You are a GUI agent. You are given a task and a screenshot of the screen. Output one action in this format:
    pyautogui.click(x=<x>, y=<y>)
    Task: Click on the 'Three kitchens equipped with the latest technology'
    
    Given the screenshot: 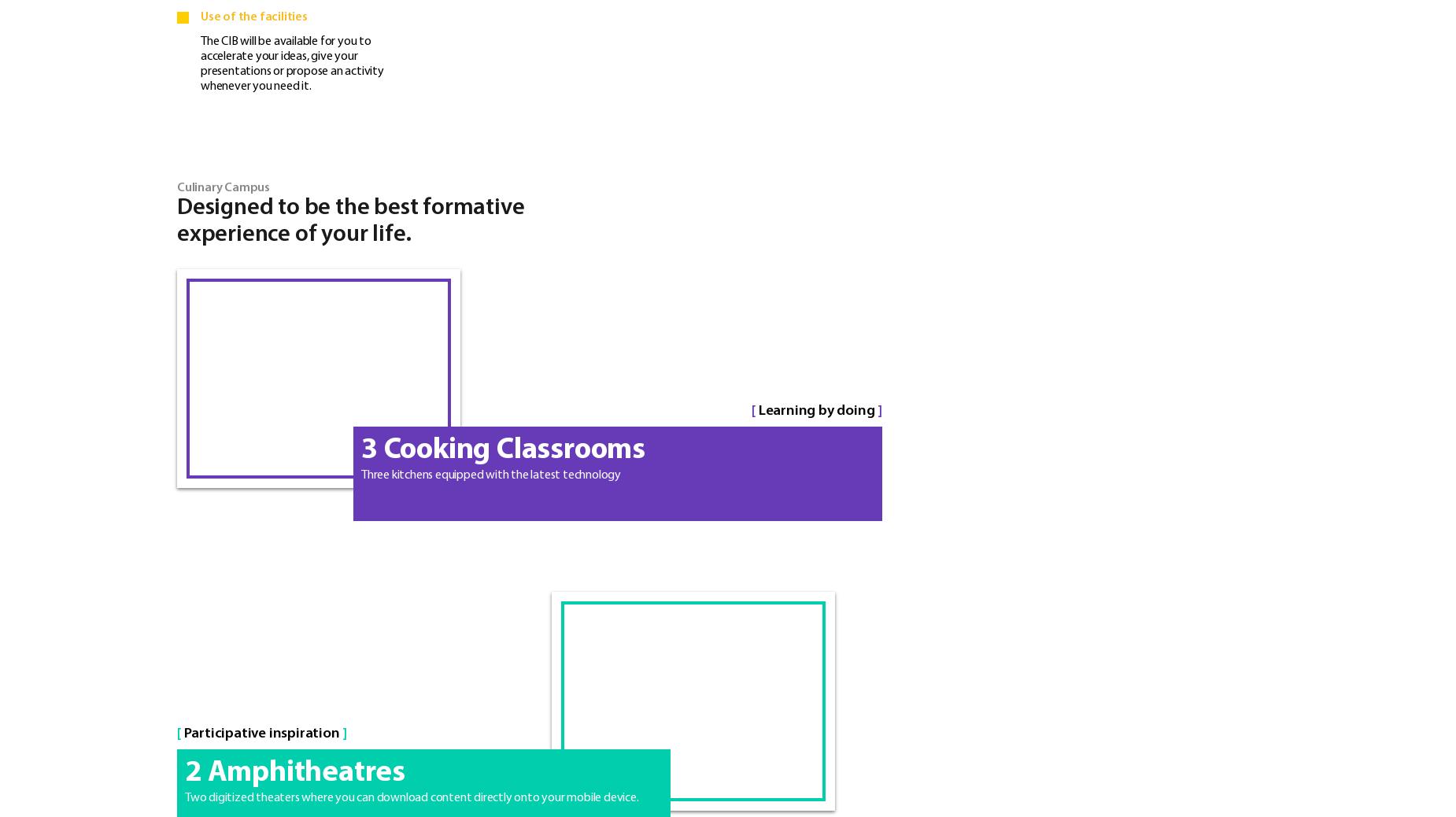 What is the action you would take?
    pyautogui.click(x=491, y=473)
    